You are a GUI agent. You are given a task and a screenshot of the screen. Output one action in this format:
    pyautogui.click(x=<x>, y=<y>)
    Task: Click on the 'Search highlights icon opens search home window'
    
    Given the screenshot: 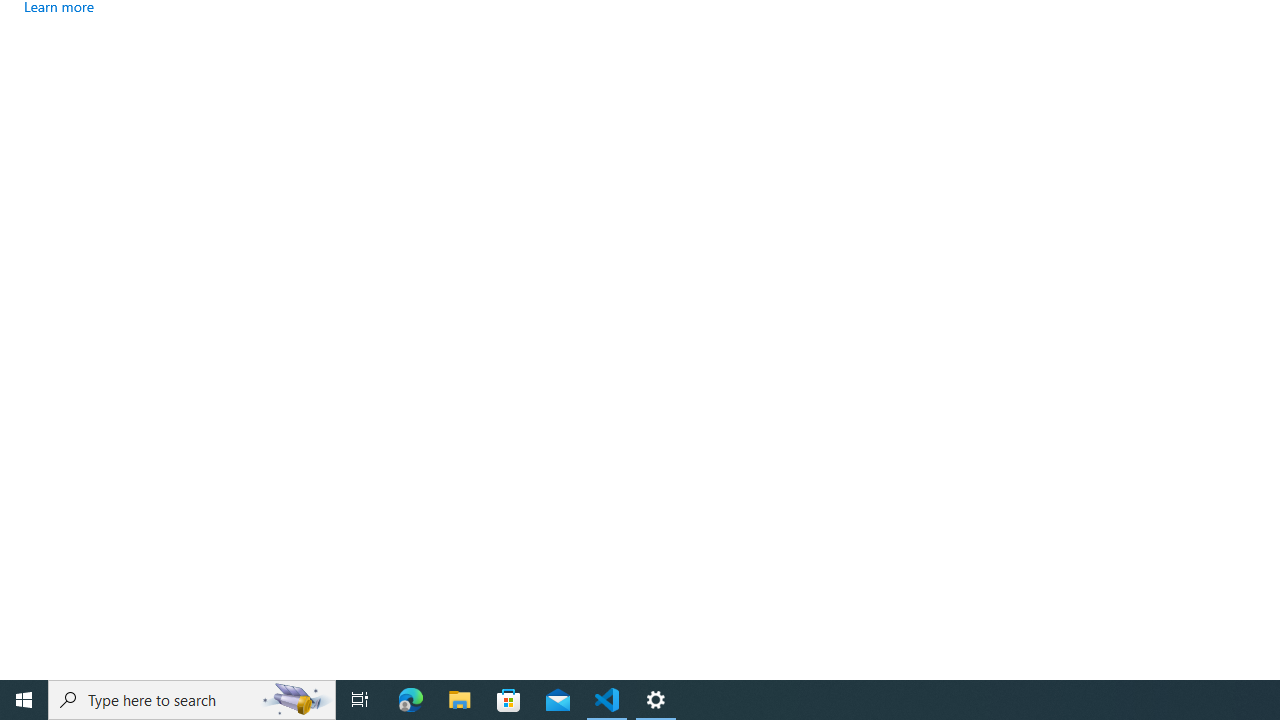 What is the action you would take?
    pyautogui.click(x=294, y=698)
    